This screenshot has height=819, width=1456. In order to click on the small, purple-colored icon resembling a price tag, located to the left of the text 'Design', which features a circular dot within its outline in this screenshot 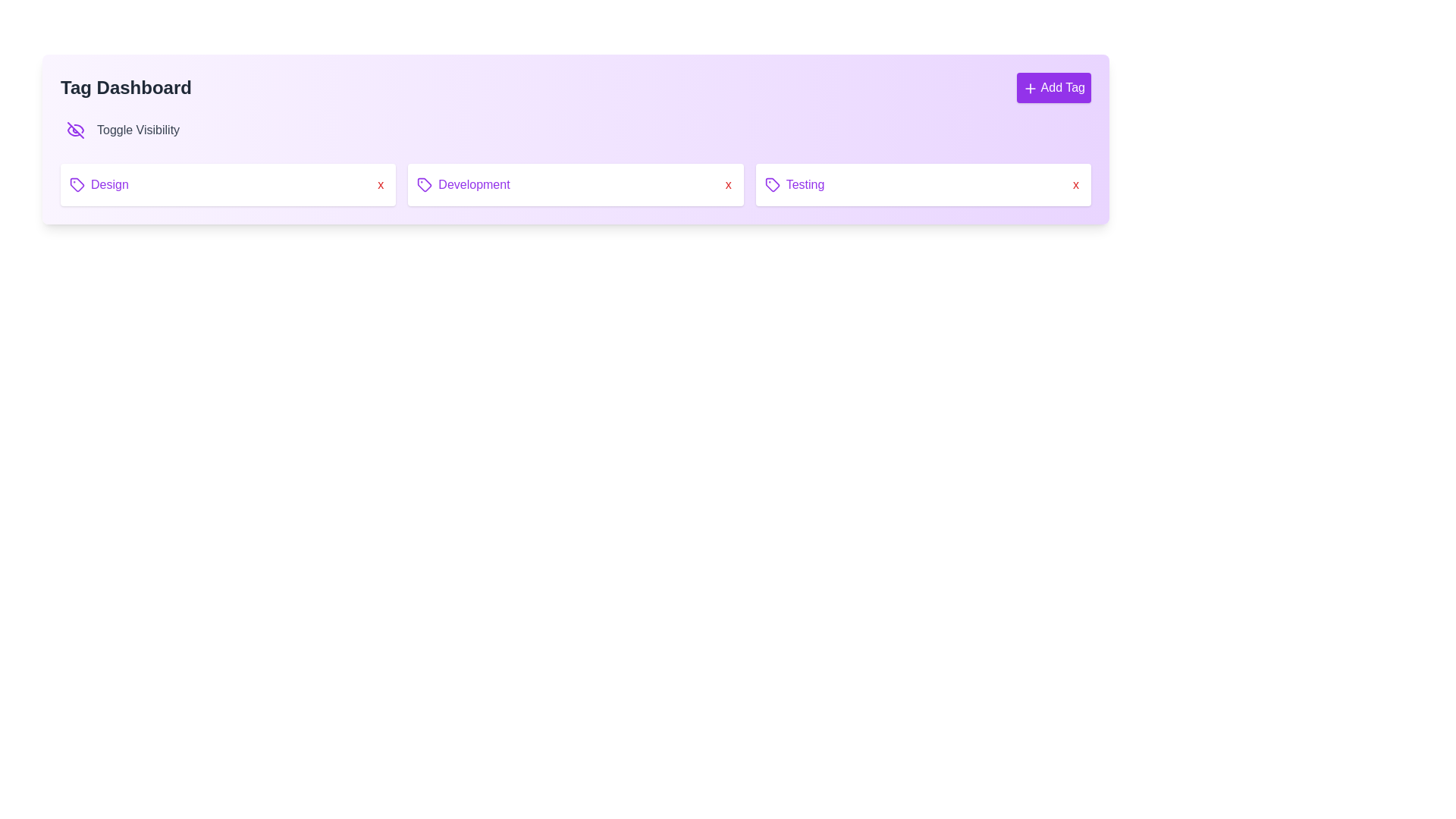, I will do `click(76, 184)`.